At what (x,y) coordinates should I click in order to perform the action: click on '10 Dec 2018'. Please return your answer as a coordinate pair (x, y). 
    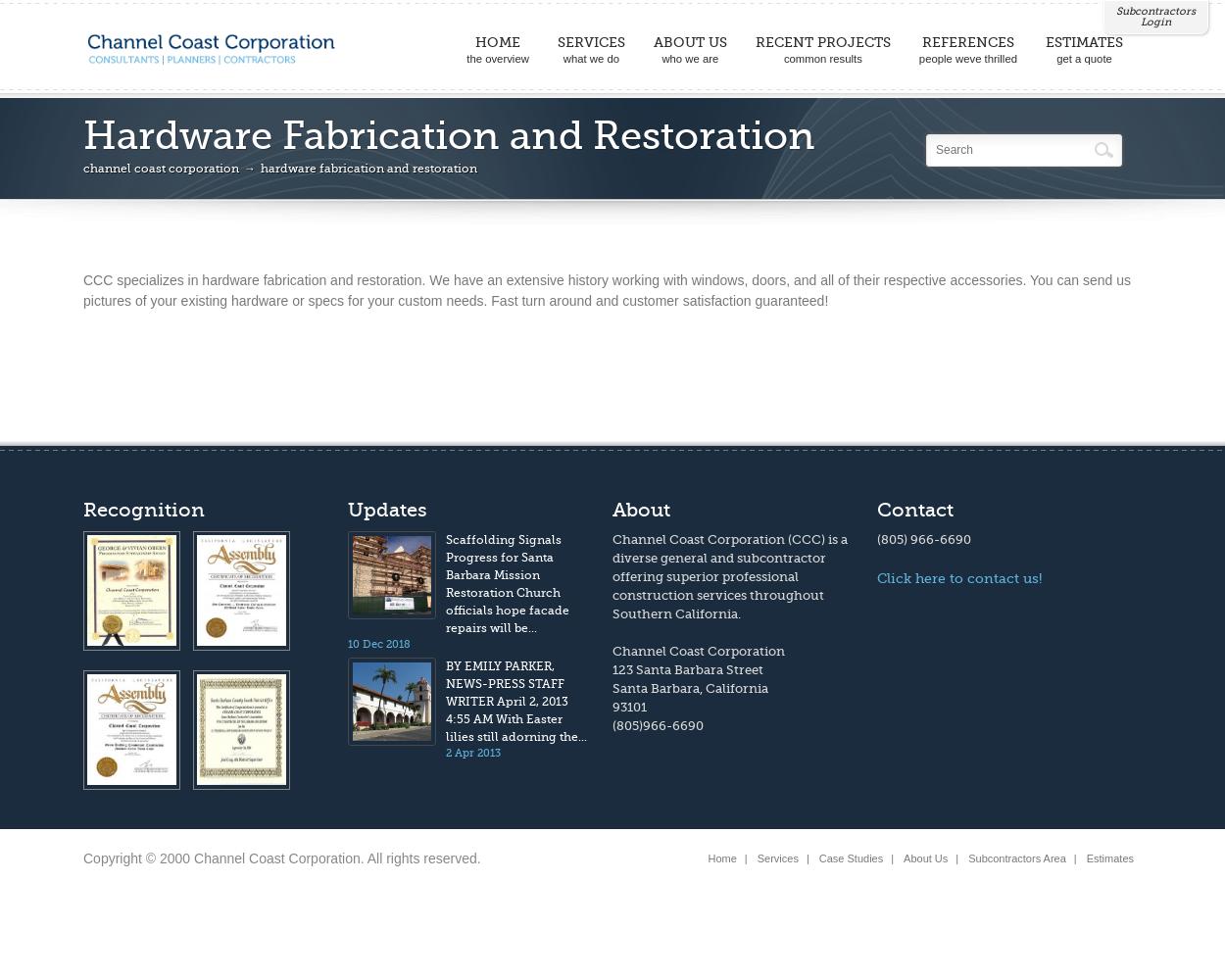
    Looking at the image, I should click on (379, 643).